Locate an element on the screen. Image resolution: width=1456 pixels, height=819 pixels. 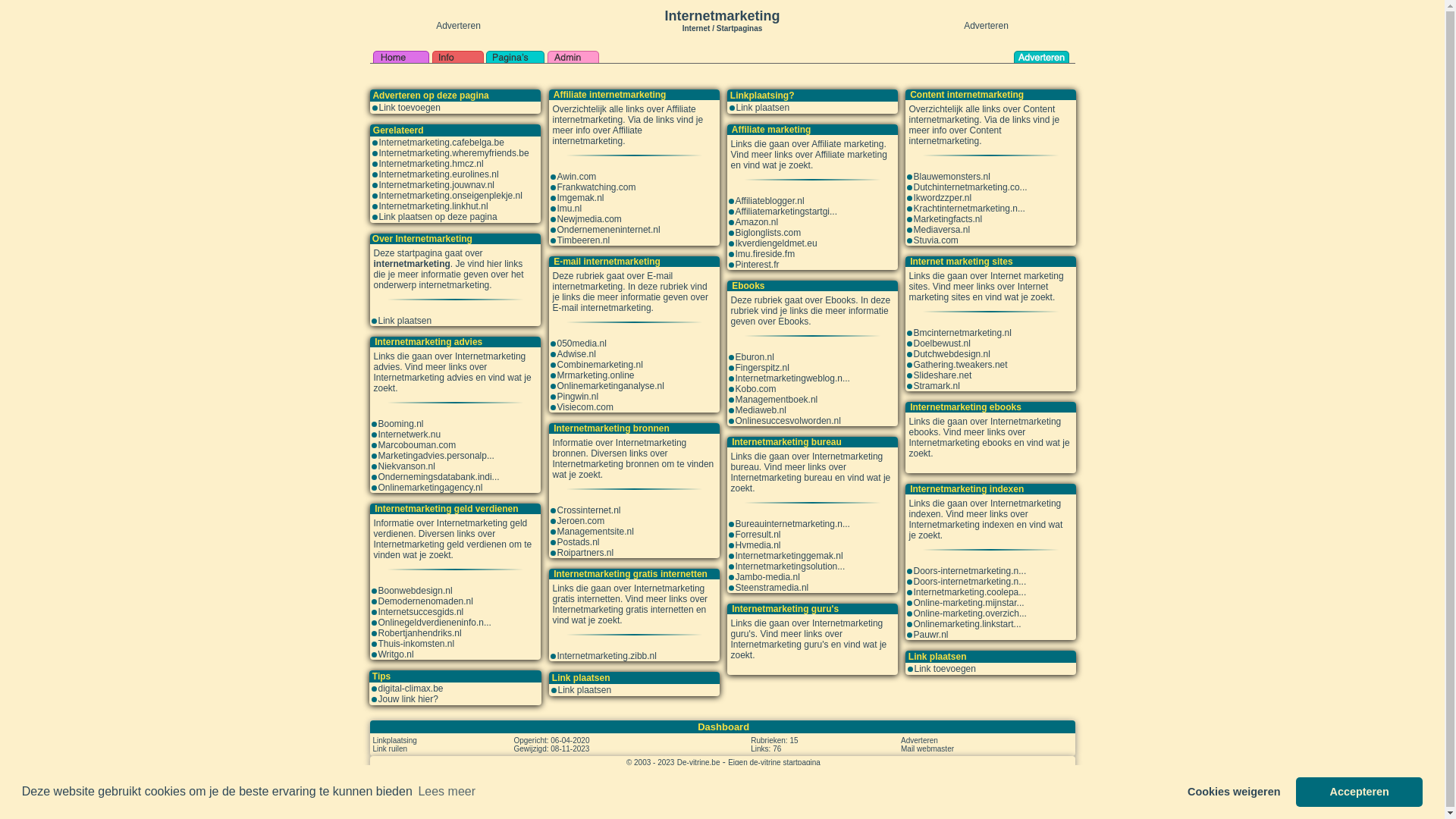
'Affiliatemarketingstartgi...' is located at coordinates (786, 211).